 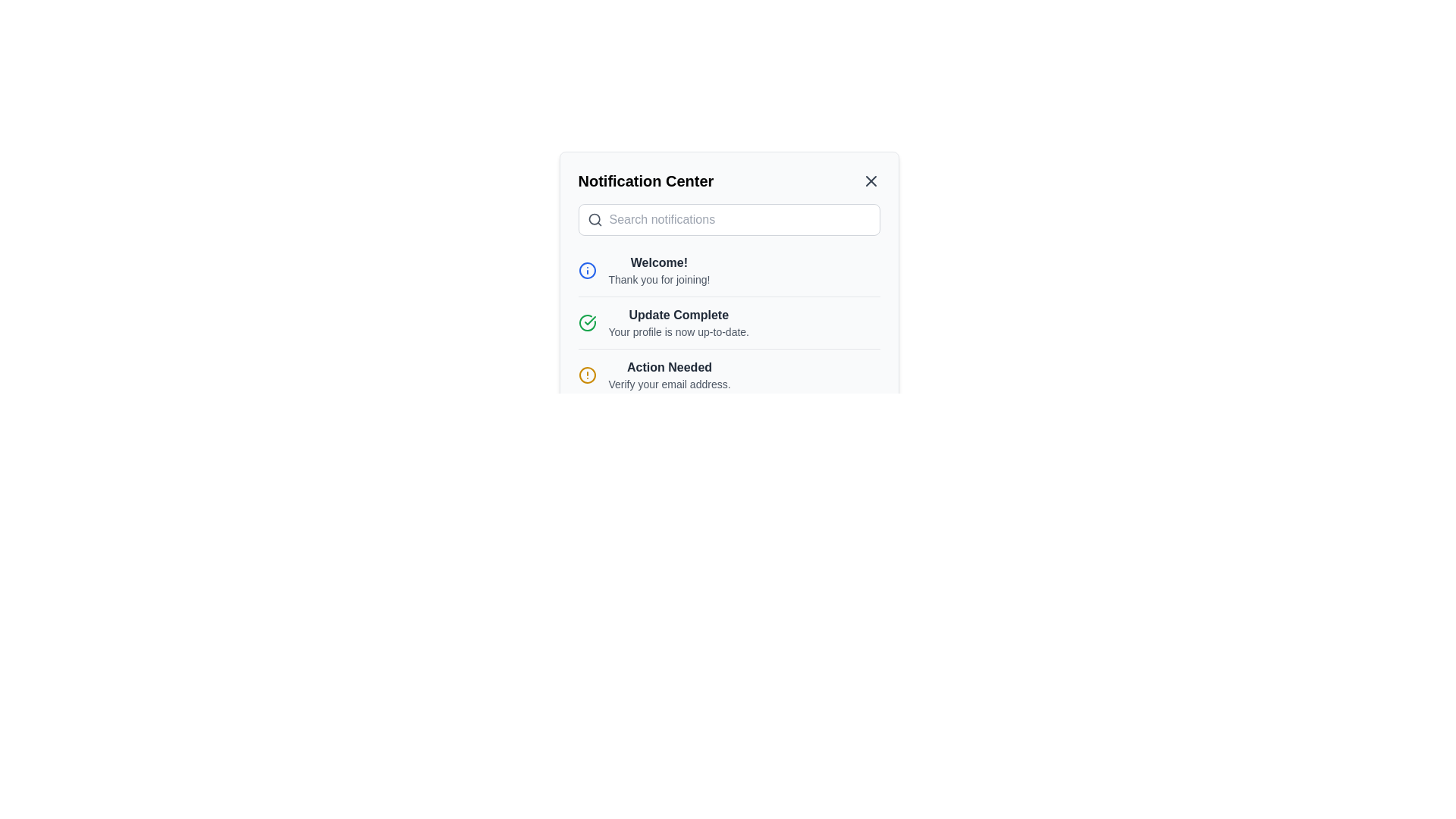 I want to click on the visual indicator icon for the 'Update Complete' notification located within the notification panel, to the left of the notification text, so click(x=586, y=322).